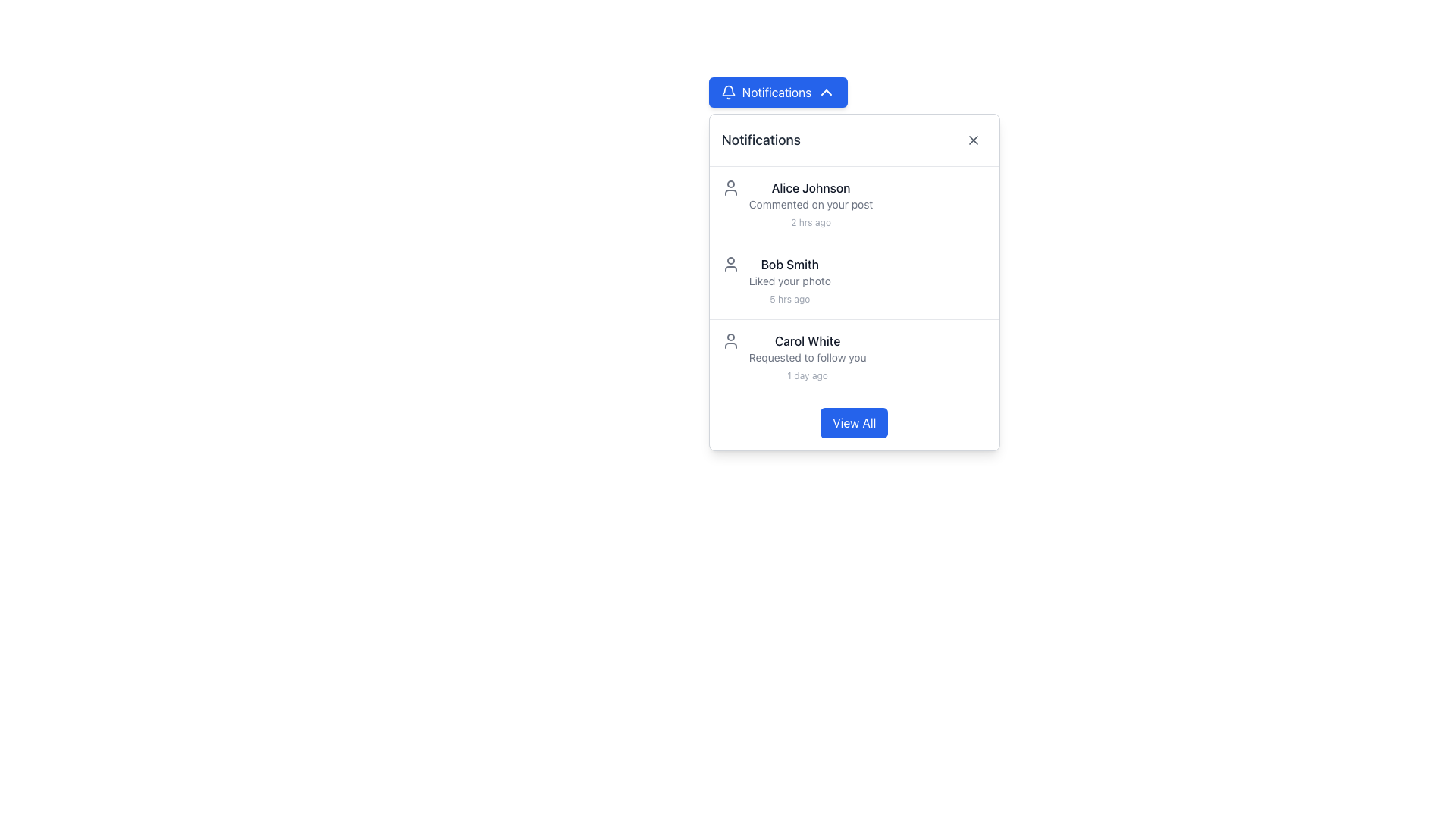 The width and height of the screenshot is (1456, 819). Describe the element at coordinates (807, 341) in the screenshot. I see `the text label displaying 'Carol White' in the third notification item within the notification modal` at that location.